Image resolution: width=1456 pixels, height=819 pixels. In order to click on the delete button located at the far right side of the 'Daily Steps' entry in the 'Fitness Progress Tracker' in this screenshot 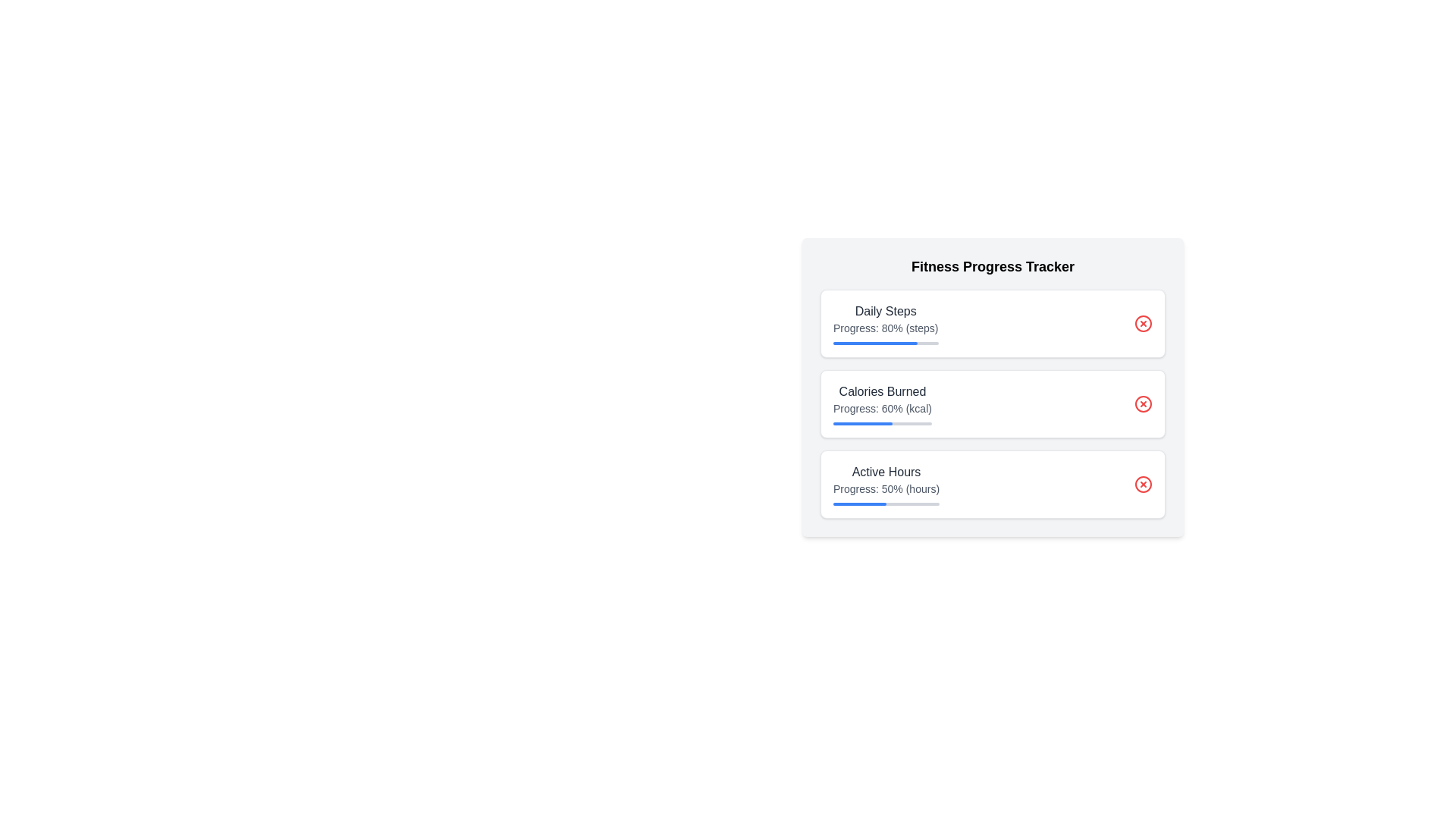, I will do `click(1143, 323)`.